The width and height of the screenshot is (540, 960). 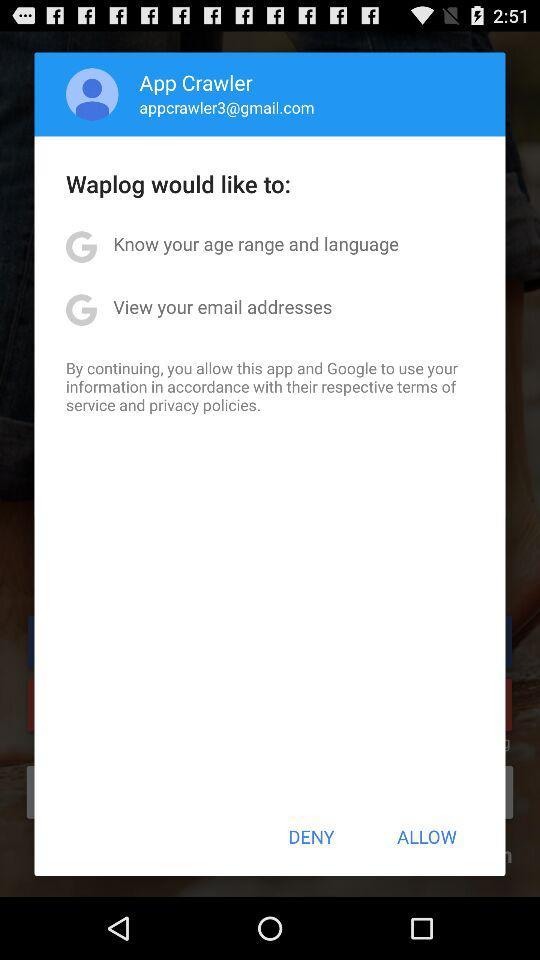 What do you see at coordinates (311, 836) in the screenshot?
I see `deny button` at bounding box center [311, 836].